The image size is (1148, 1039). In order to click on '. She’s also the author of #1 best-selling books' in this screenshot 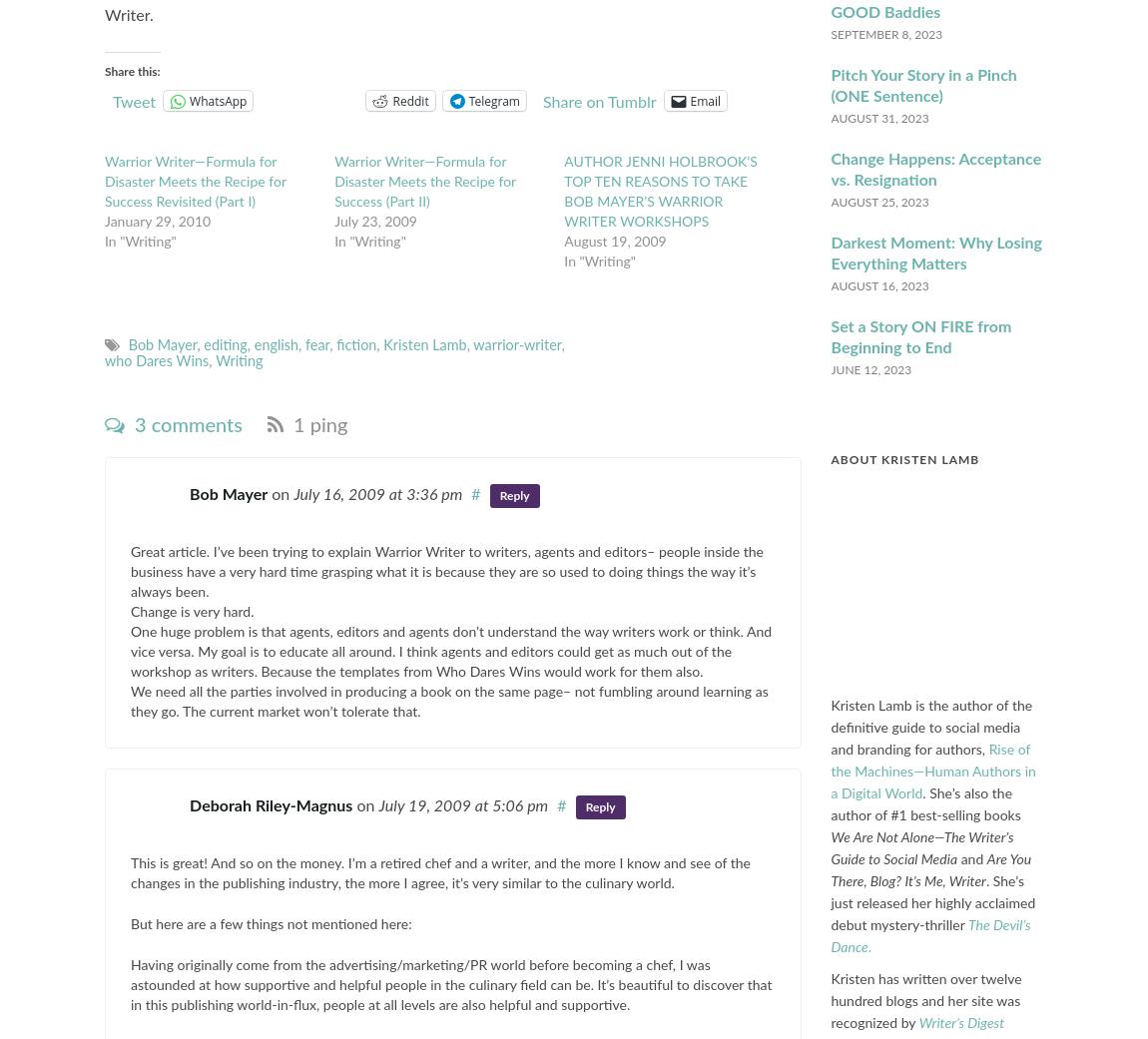, I will do `click(925, 804)`.